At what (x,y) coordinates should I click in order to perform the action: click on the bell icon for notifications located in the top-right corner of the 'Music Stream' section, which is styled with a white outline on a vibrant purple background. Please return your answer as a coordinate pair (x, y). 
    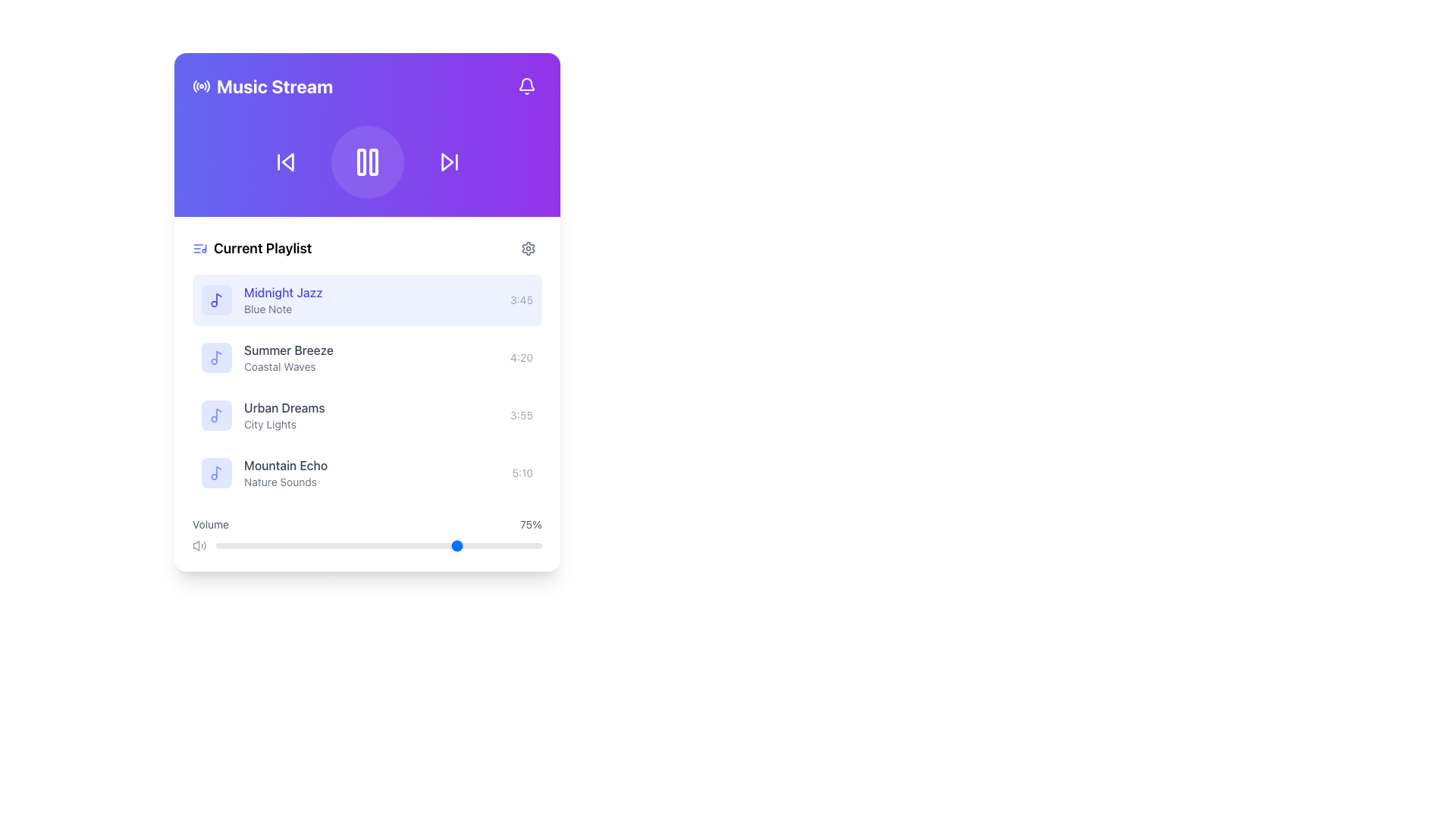
    Looking at the image, I should click on (527, 86).